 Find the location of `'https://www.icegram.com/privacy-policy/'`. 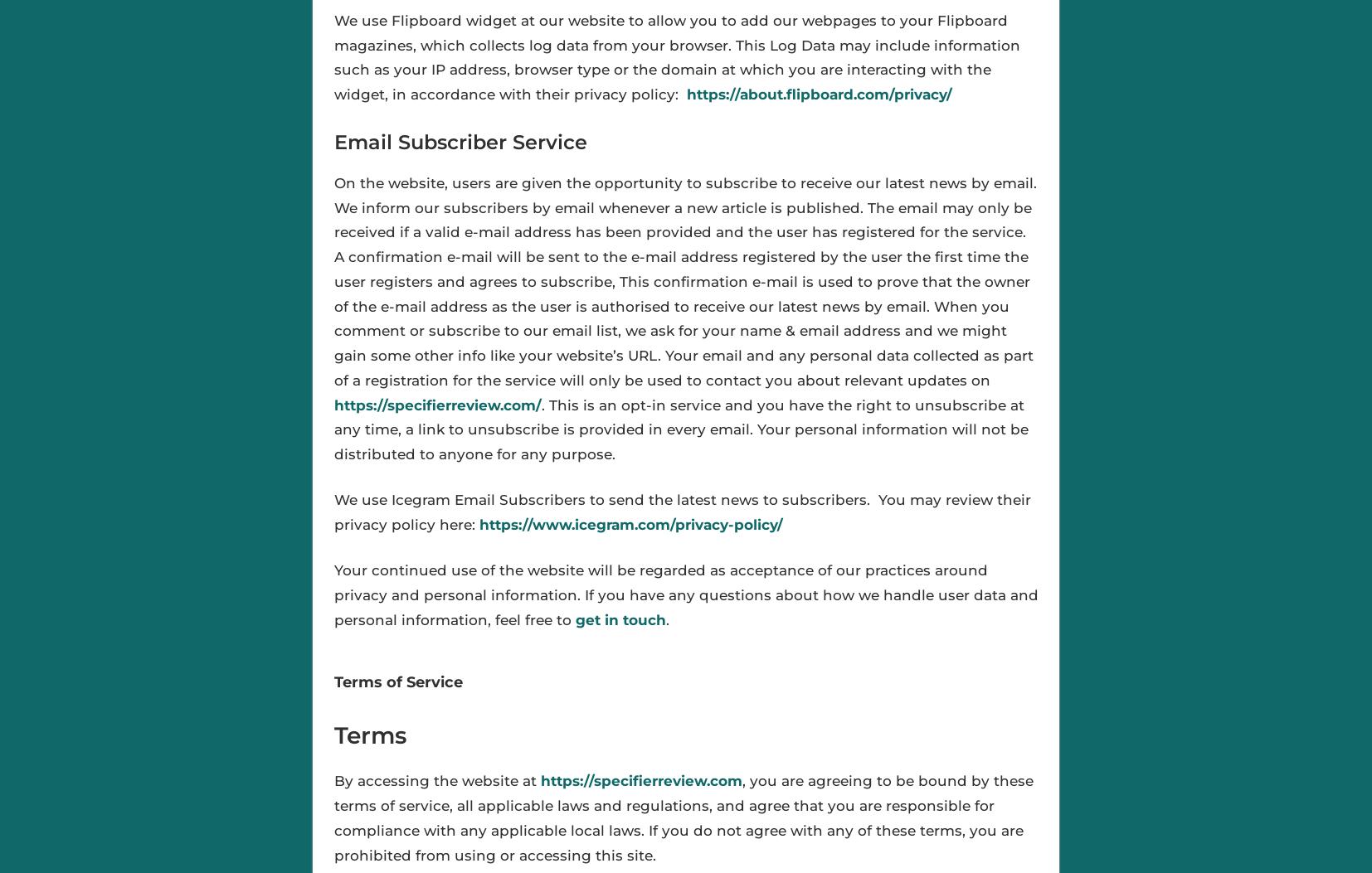

'https://www.icegram.com/privacy-policy/' is located at coordinates (630, 523).